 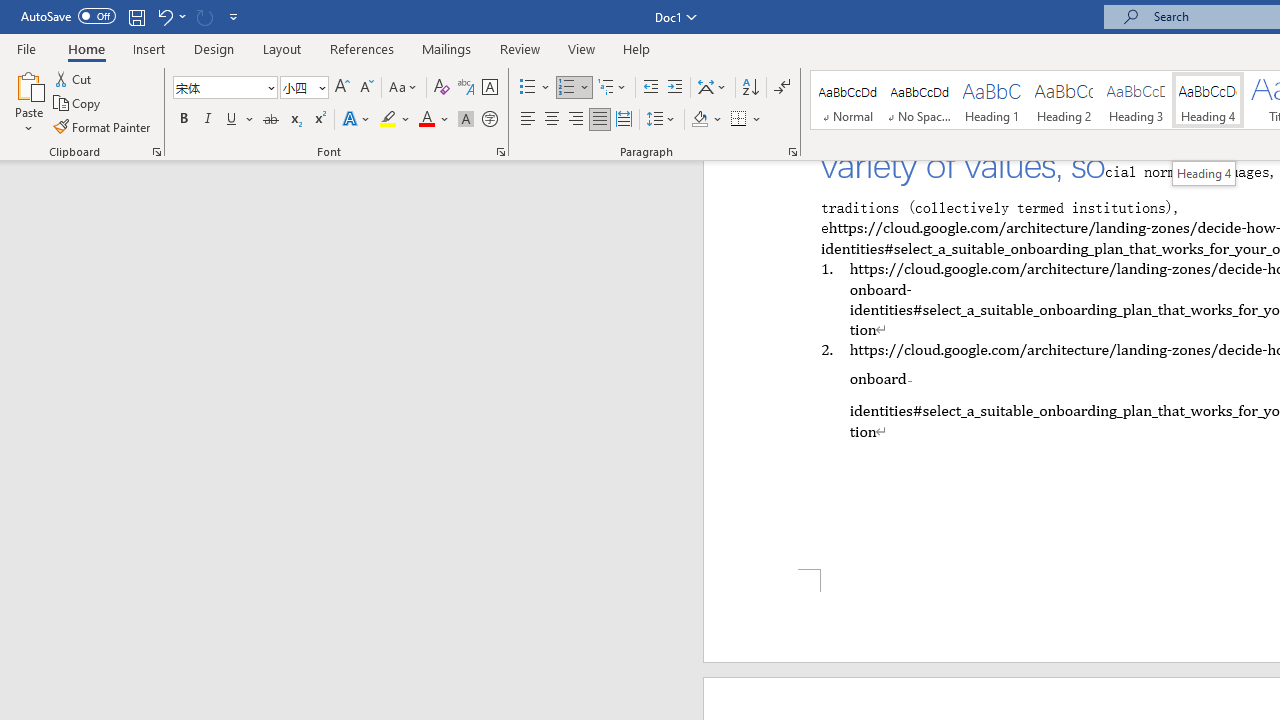 I want to click on 'Justify', so click(x=598, y=119).